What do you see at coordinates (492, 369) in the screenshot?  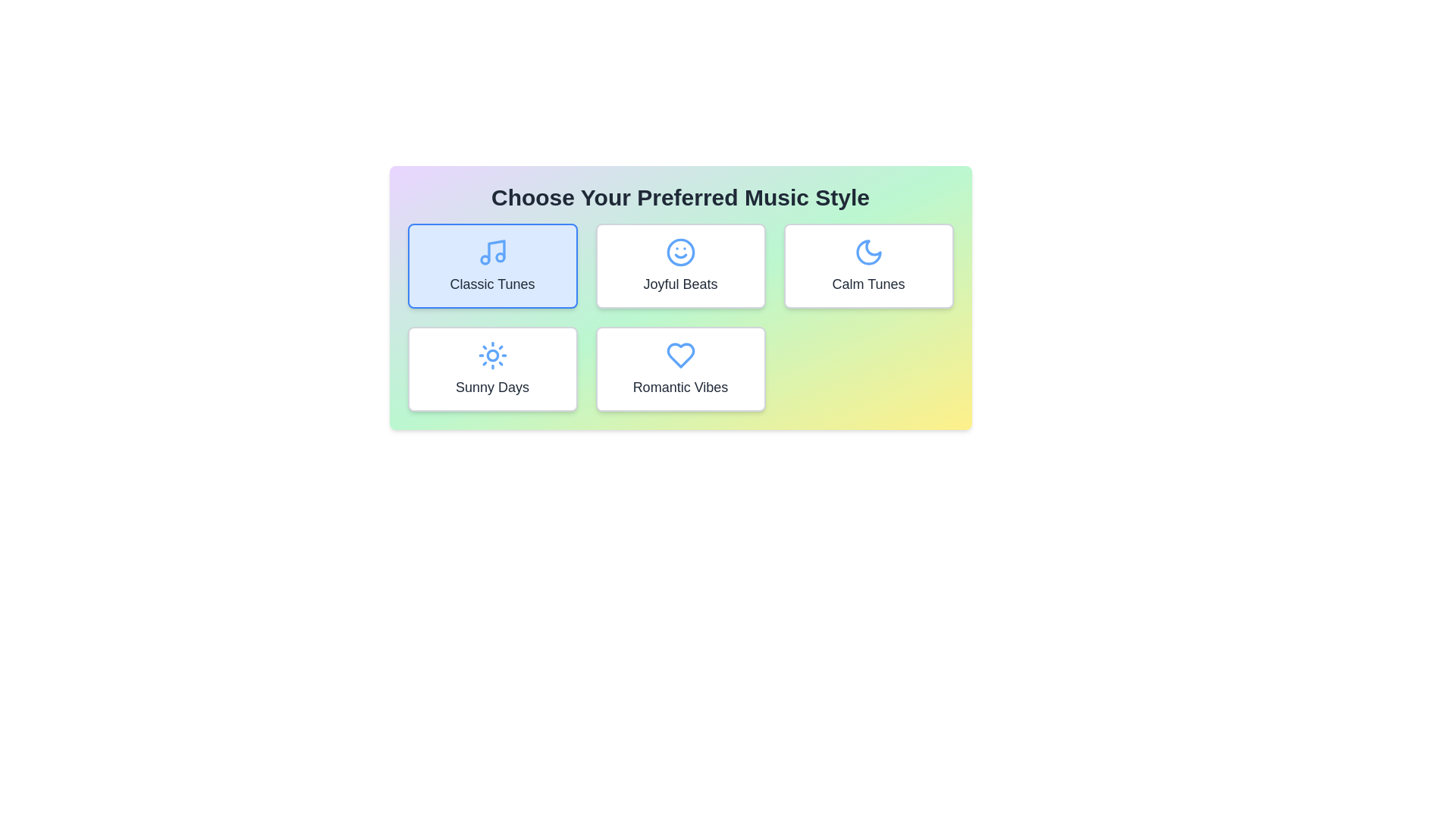 I see `the 'Sunny Days' selection button located in the bottom-left quadrant of the grid layout` at bounding box center [492, 369].